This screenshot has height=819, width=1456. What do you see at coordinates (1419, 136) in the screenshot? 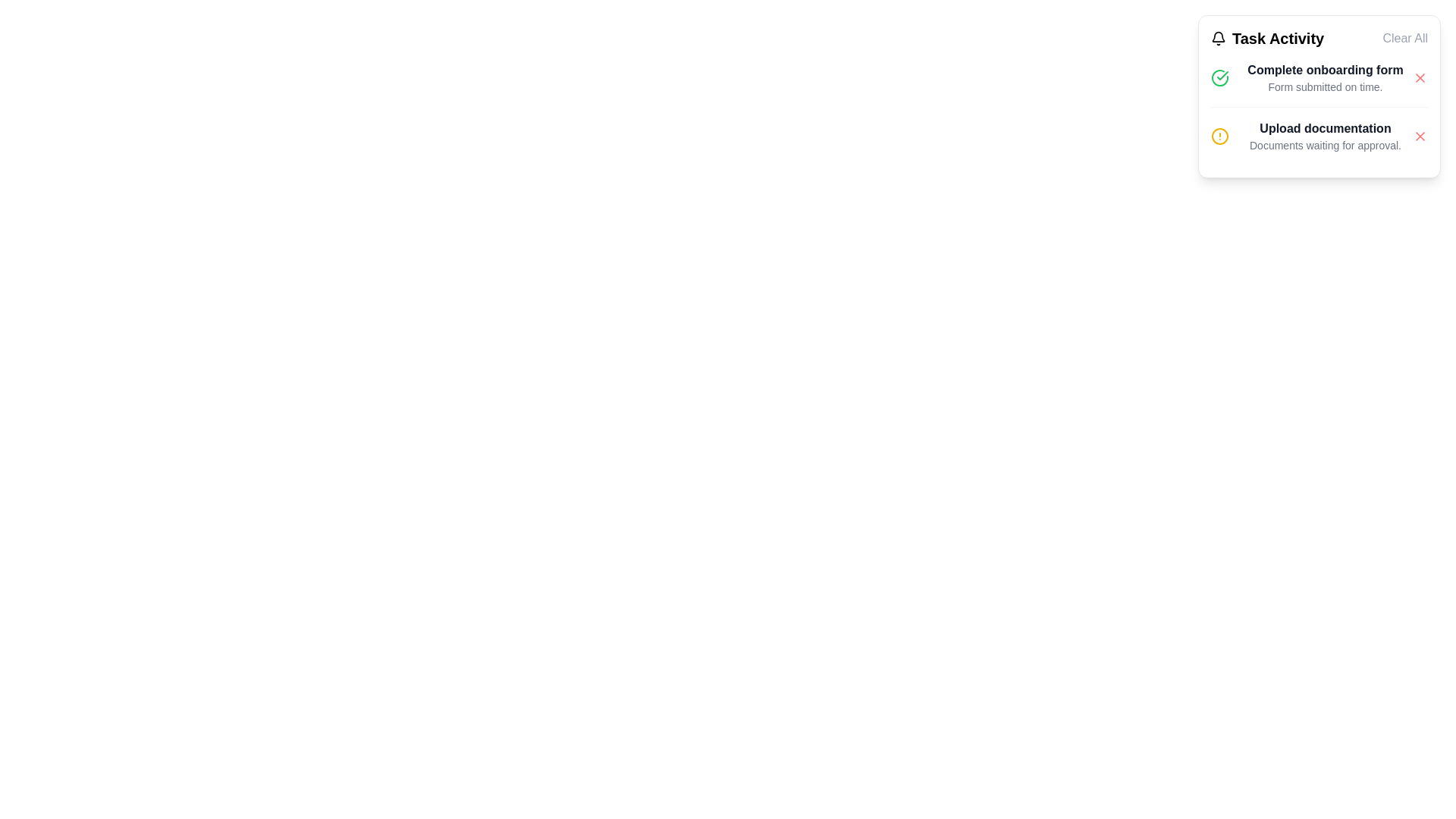
I see `the red cross-shaped close button adjacent to the 'Upload documentation' notification` at bounding box center [1419, 136].